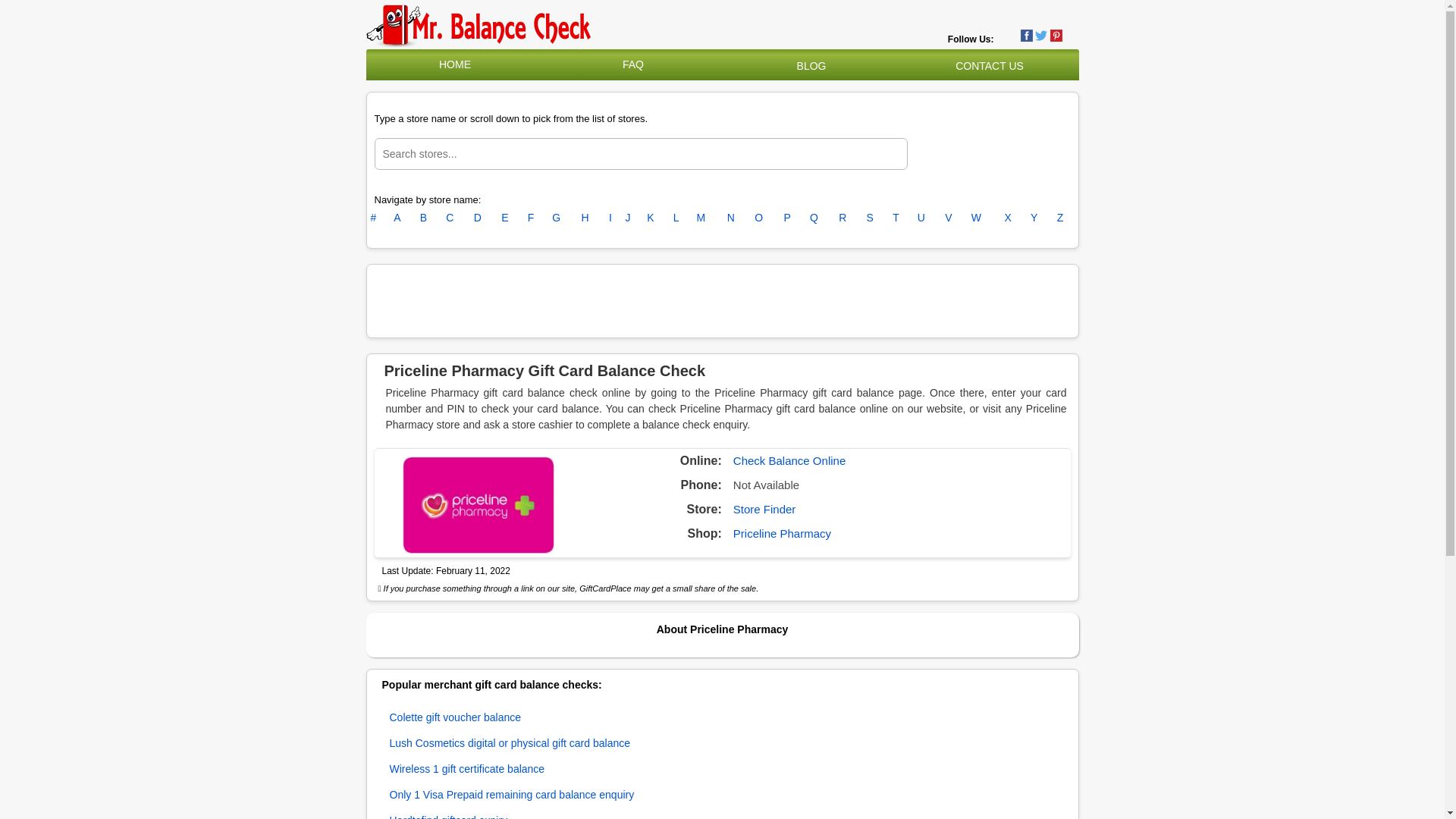 This screenshot has height=819, width=1456. What do you see at coordinates (782, 532) in the screenshot?
I see `'Priceline Pharmacy'` at bounding box center [782, 532].